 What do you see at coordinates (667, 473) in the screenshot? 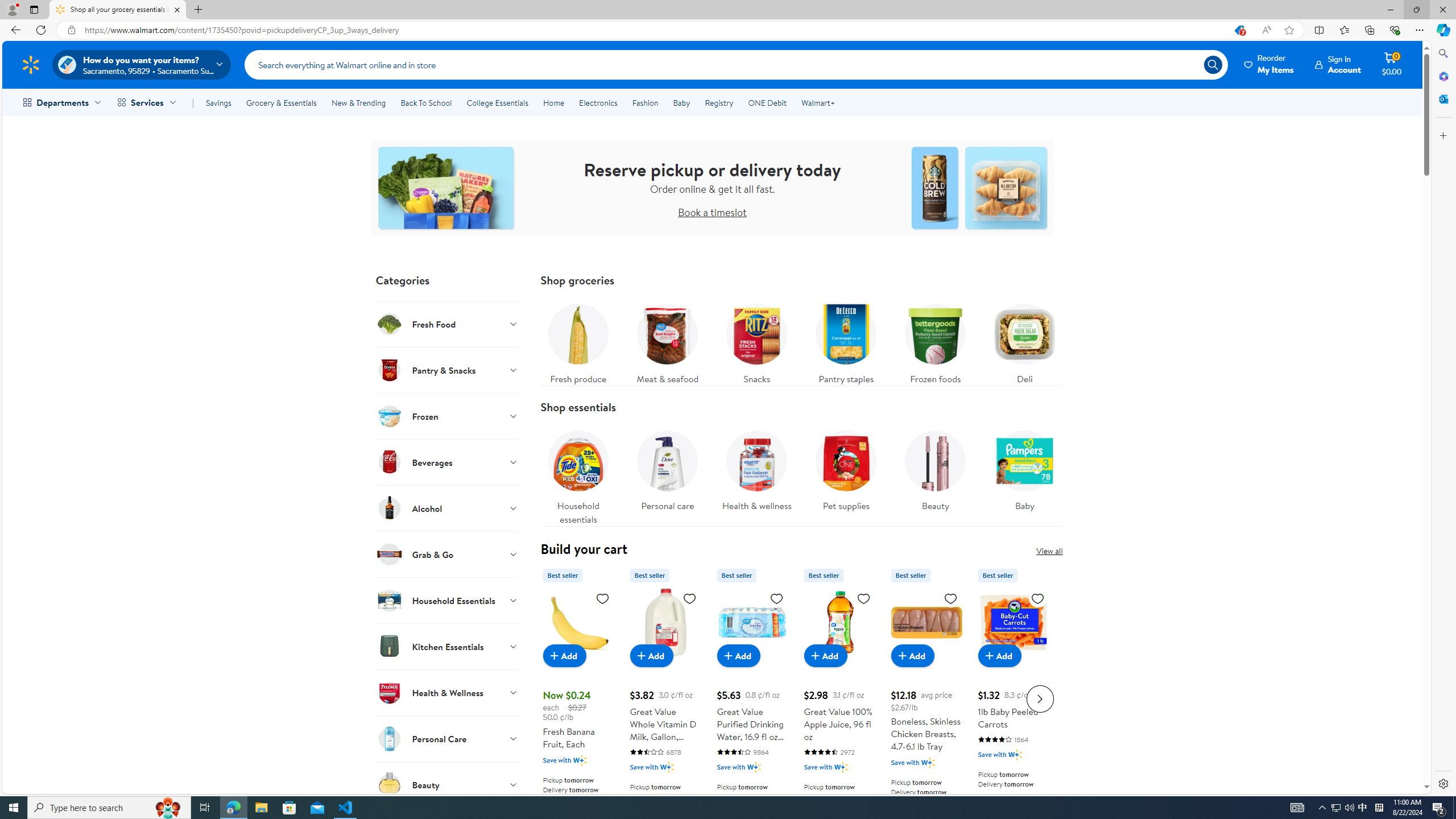
I see `'Personal care'` at bounding box center [667, 473].